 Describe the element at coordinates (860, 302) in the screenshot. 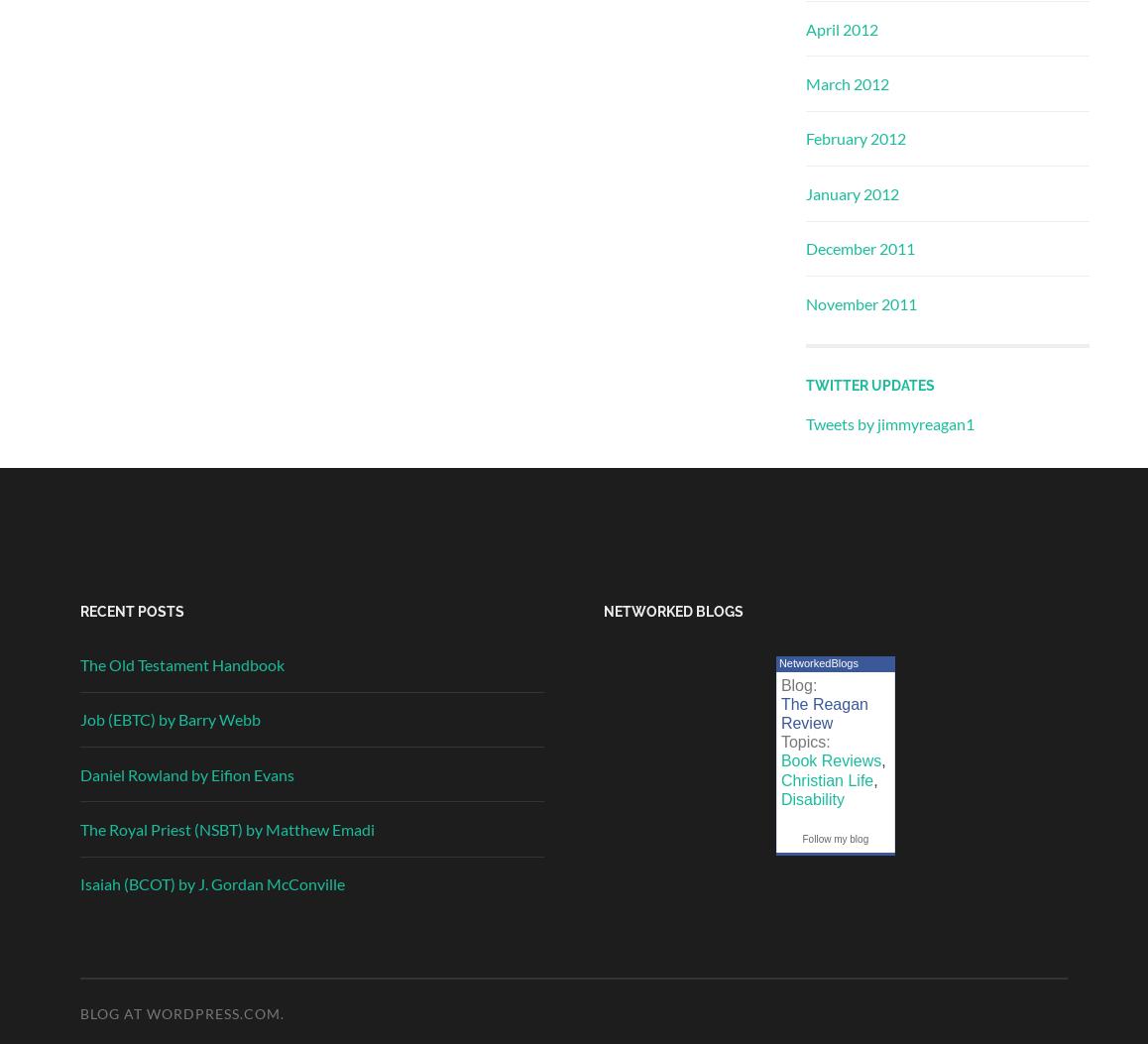

I see `'November 2011'` at that location.